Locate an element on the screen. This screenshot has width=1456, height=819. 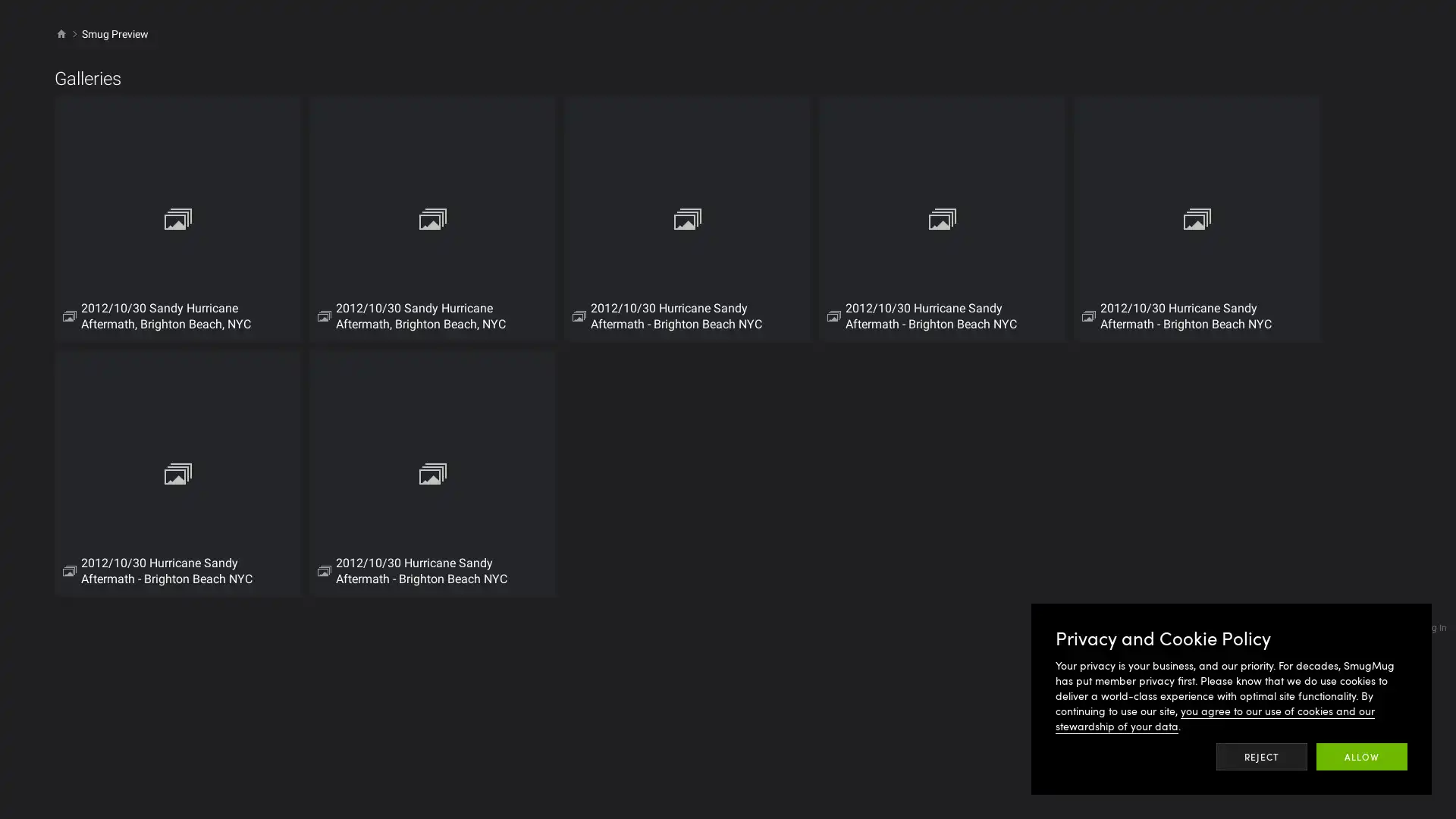
ALLOW is located at coordinates (1361, 757).